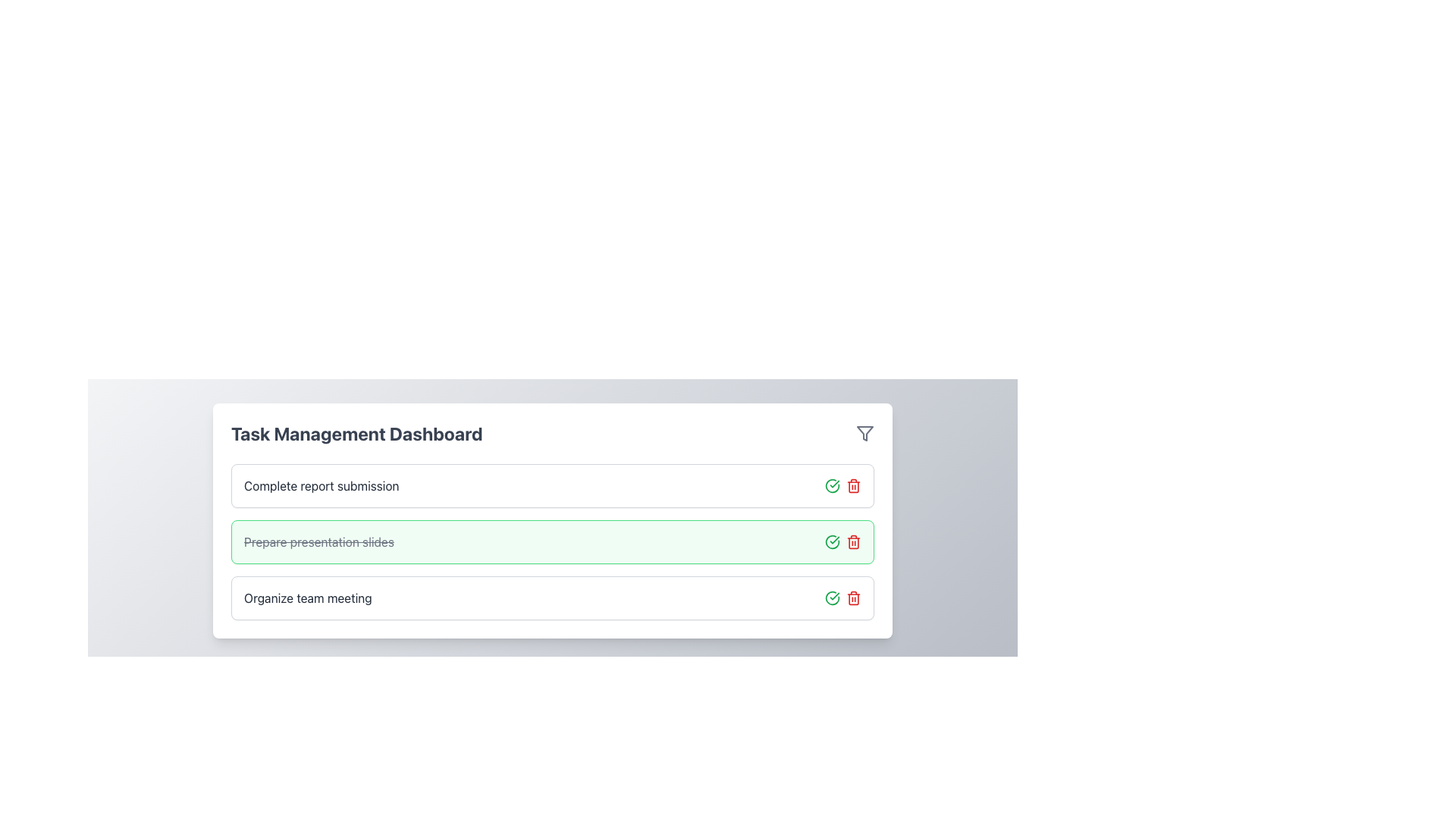 The height and width of the screenshot is (819, 1456). I want to click on the delete button for the task 'Prepare presentation slides', so click(854, 485).